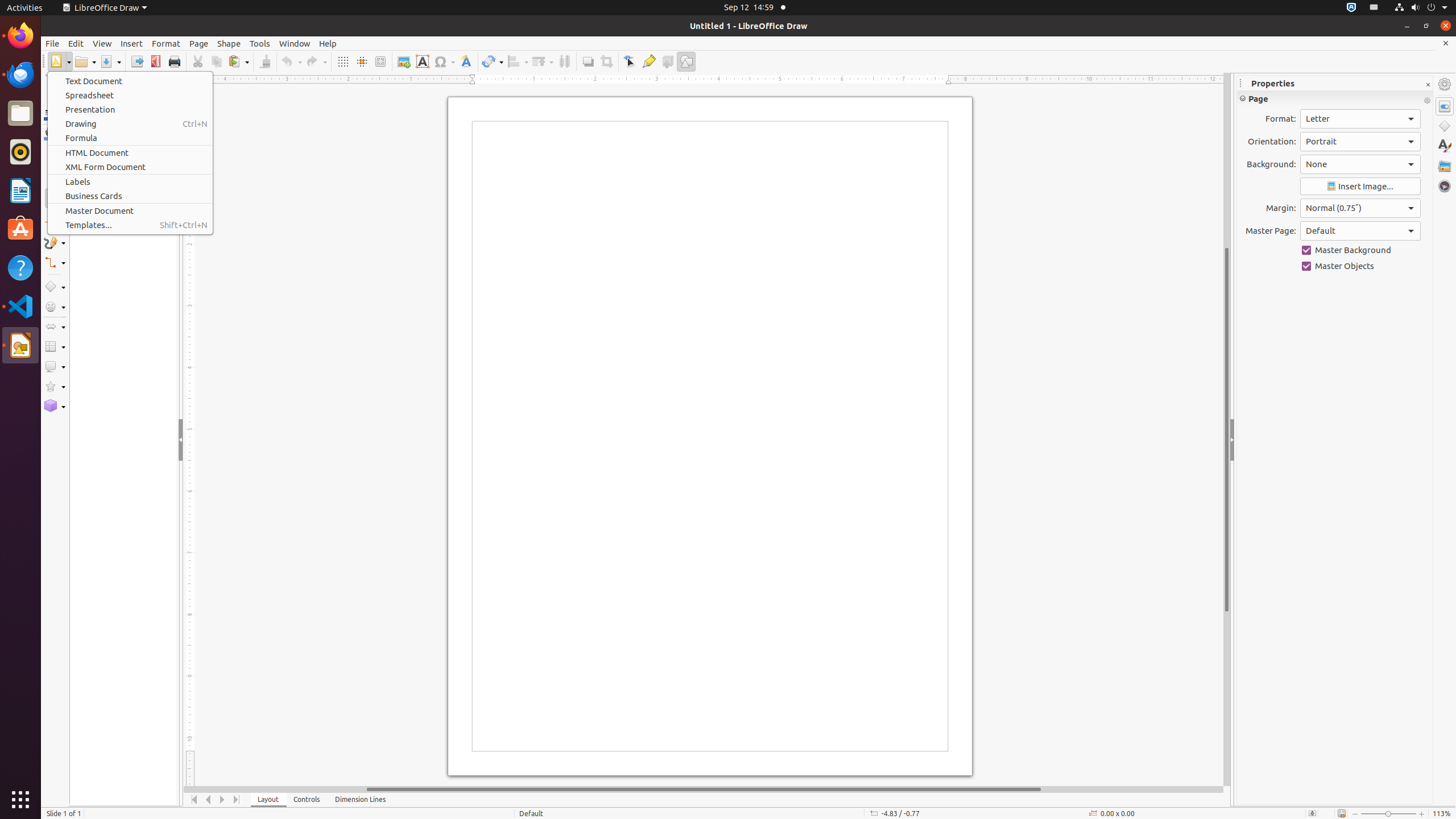 This screenshot has height=819, width=1456. Describe the element at coordinates (20, 151) in the screenshot. I see `'Rhythmbox'` at that location.